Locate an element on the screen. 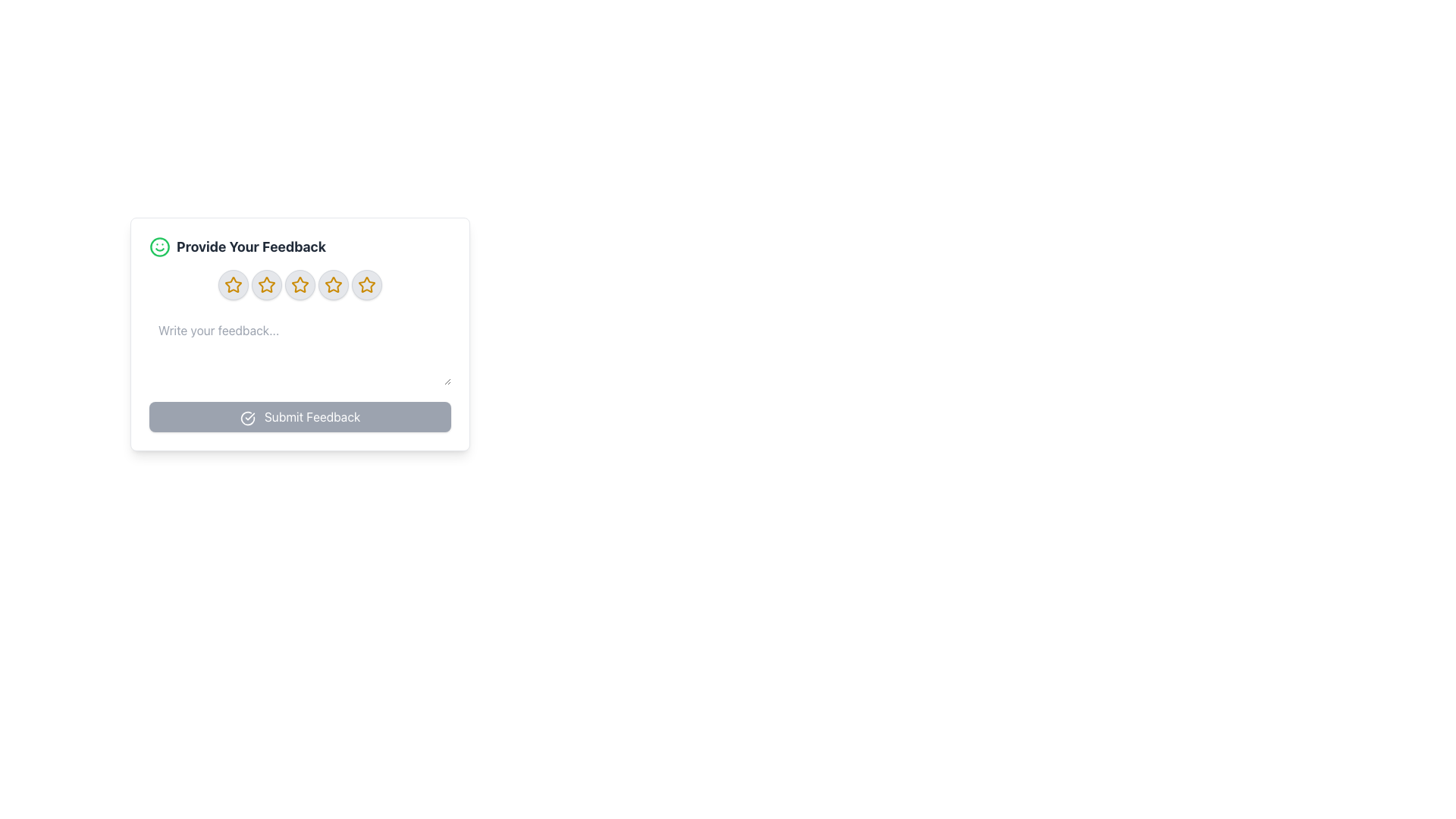 The height and width of the screenshot is (819, 1456). the circular element with a green stroke located at the center of the smiley face icon, which is part of the feedback card titled 'Provide Your Feedback' is located at coordinates (160, 246).